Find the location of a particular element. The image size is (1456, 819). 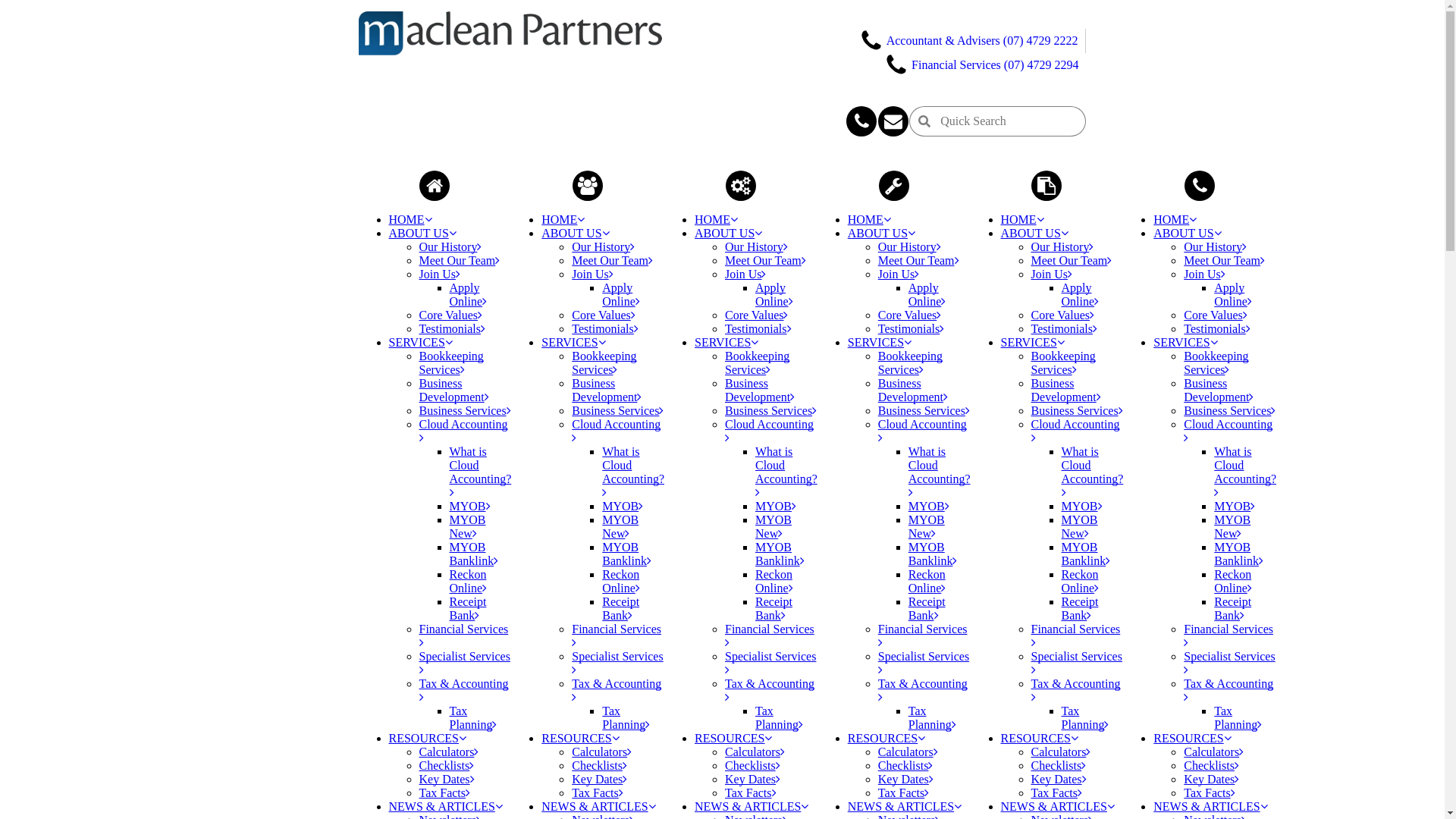

'Specialist Services' is located at coordinates (463, 662).